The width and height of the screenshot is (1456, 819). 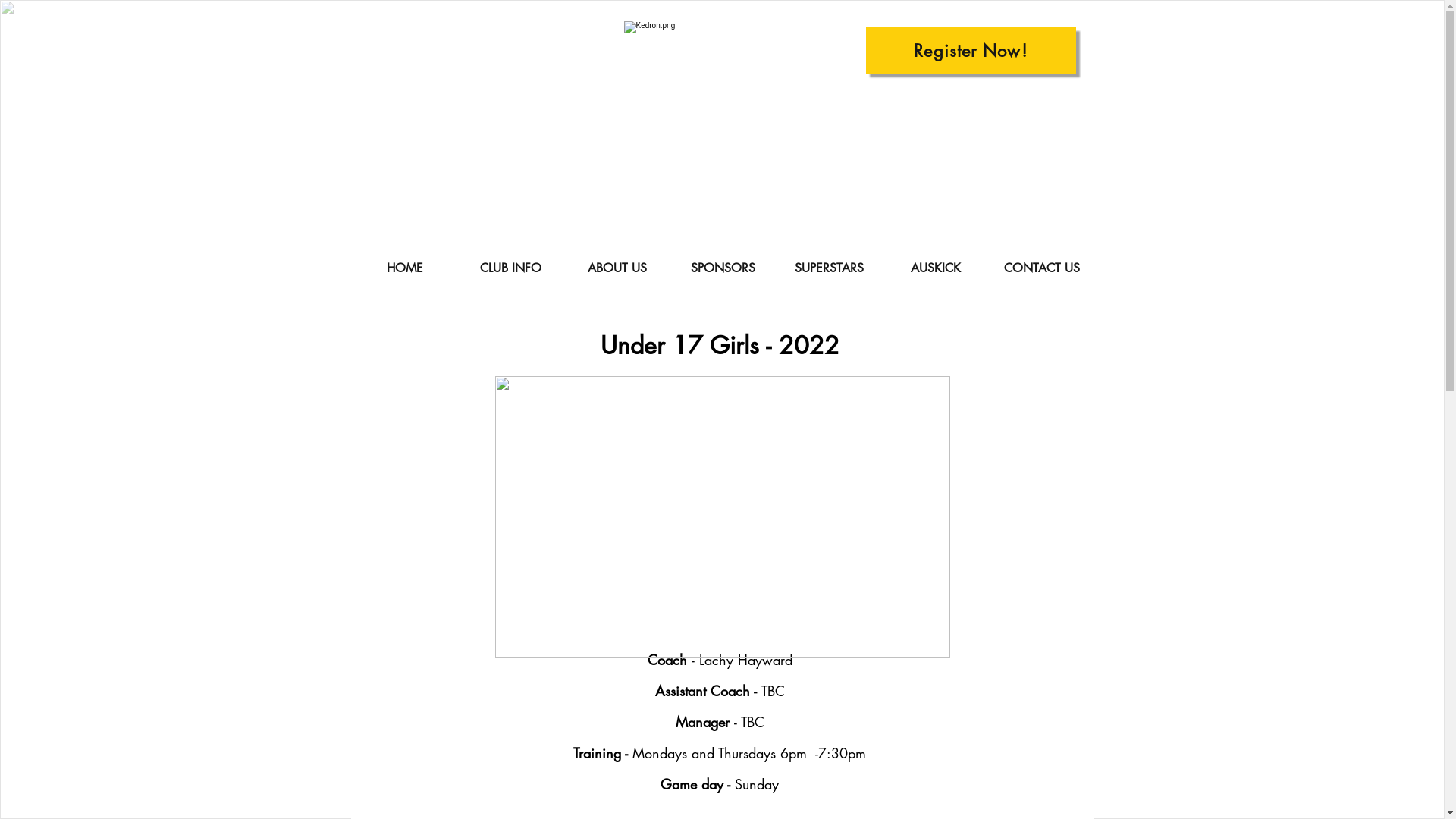 What do you see at coordinates (882, 268) in the screenshot?
I see `'AUSKICK'` at bounding box center [882, 268].